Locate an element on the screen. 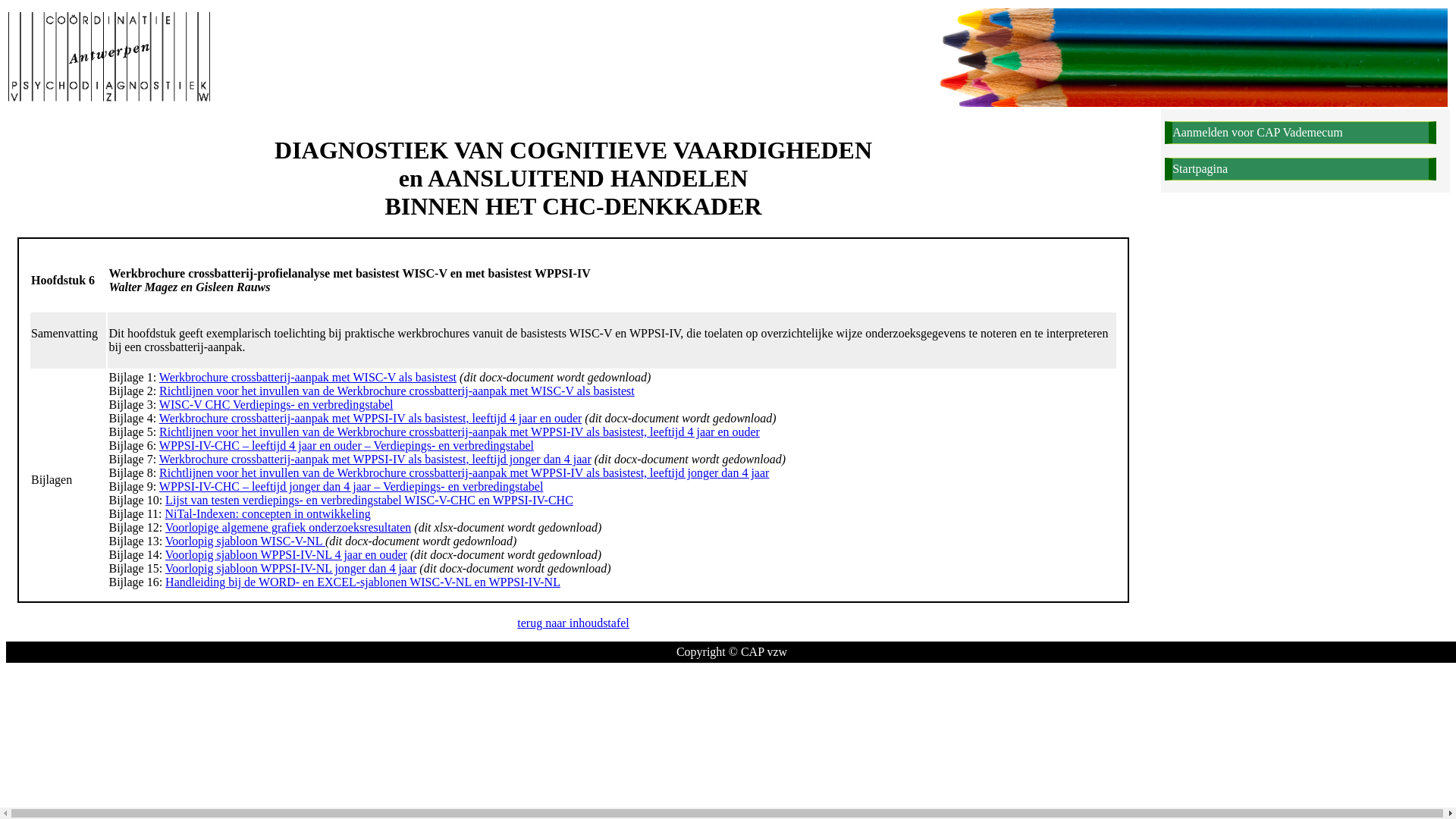 The height and width of the screenshot is (819, 1456). 'WISC-V CHC Verdiepings- en verbredingstabel' is located at coordinates (276, 403).